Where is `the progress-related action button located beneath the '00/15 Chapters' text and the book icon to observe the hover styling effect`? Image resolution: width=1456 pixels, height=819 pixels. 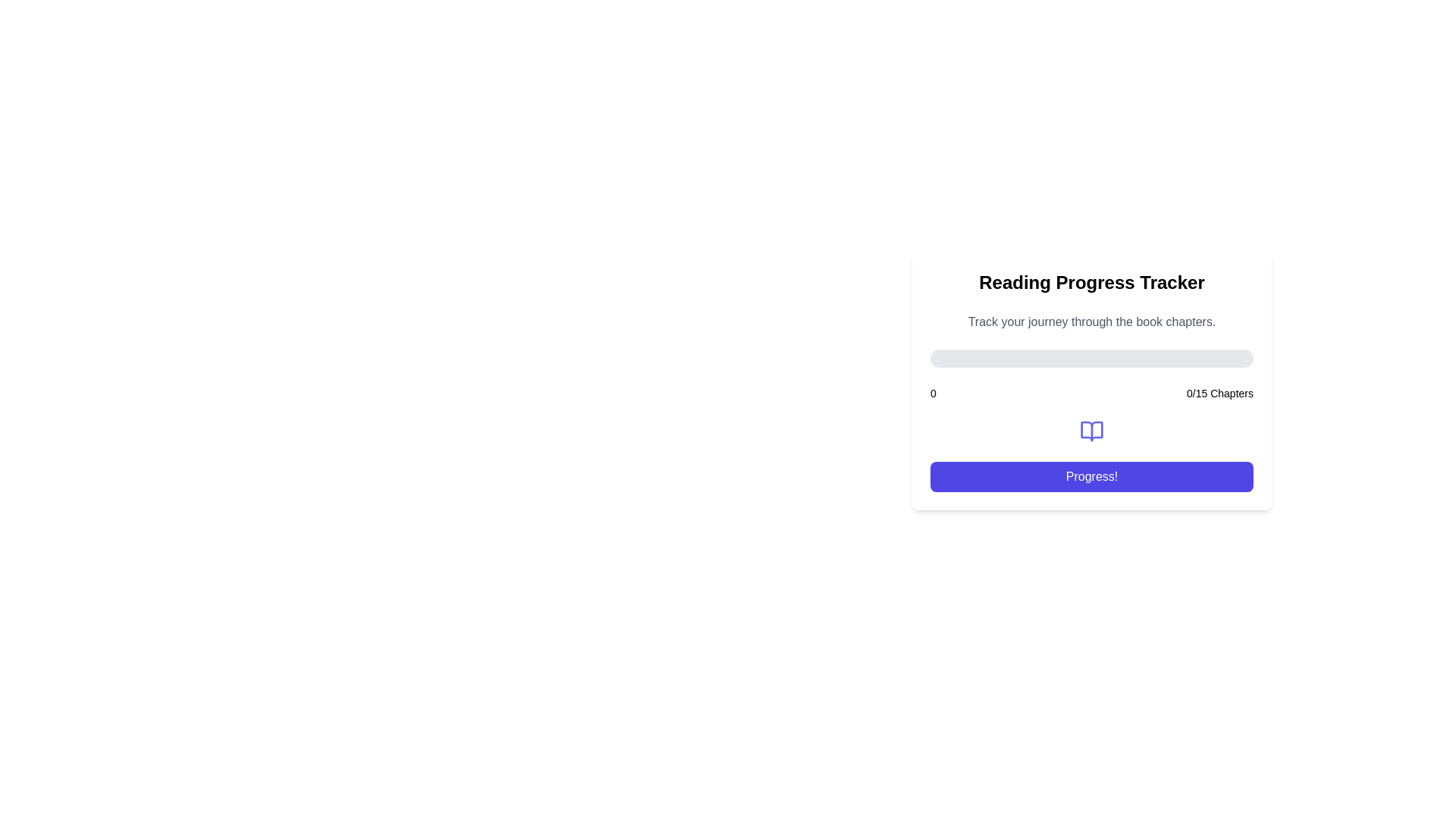 the progress-related action button located beneath the '00/15 Chapters' text and the book icon to observe the hover styling effect is located at coordinates (1092, 475).